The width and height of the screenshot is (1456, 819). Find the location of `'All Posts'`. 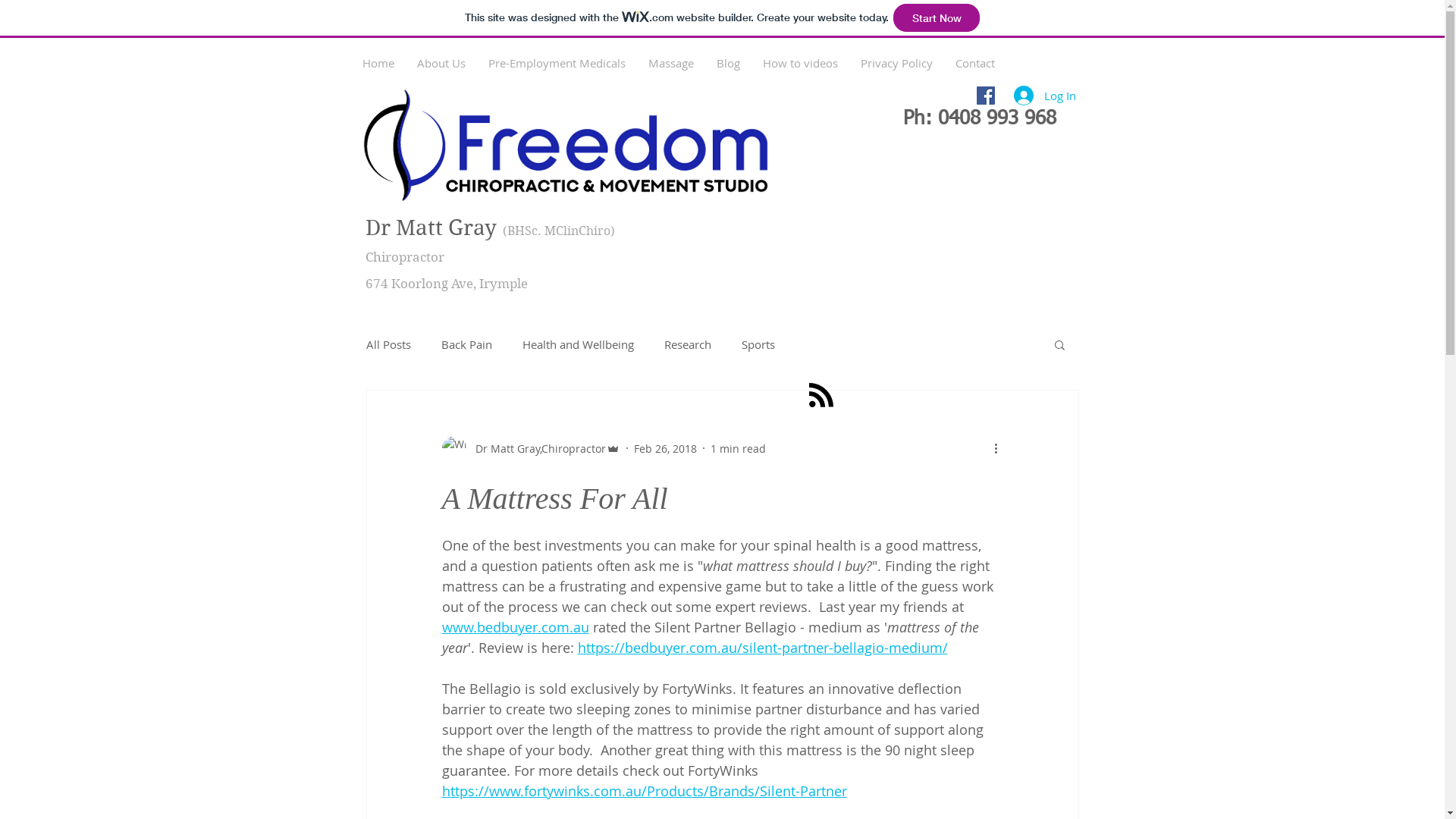

'All Posts' is located at coordinates (365, 344).